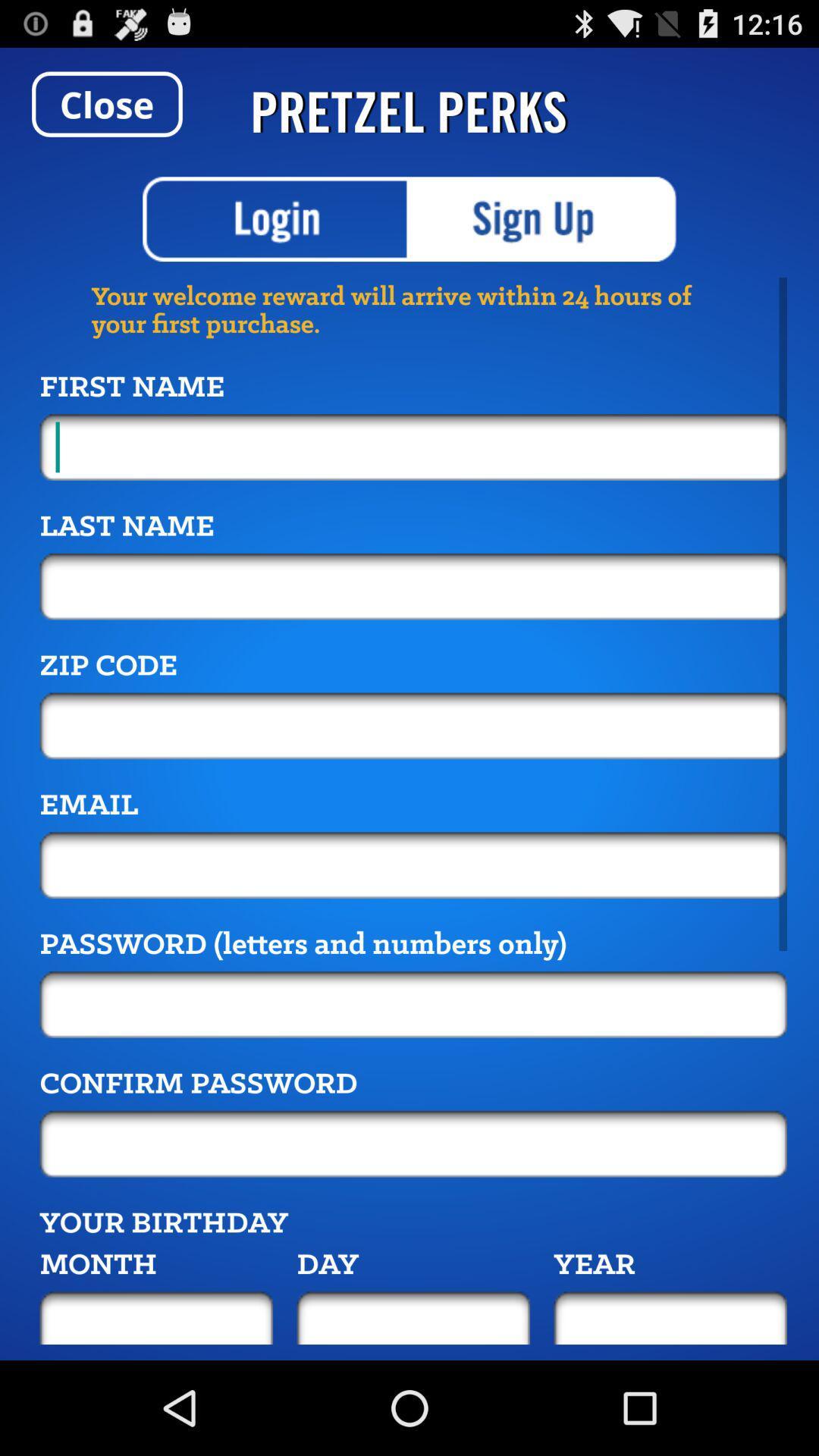 The width and height of the screenshot is (819, 1456). Describe the element at coordinates (413, 1317) in the screenshot. I see `your birthday` at that location.